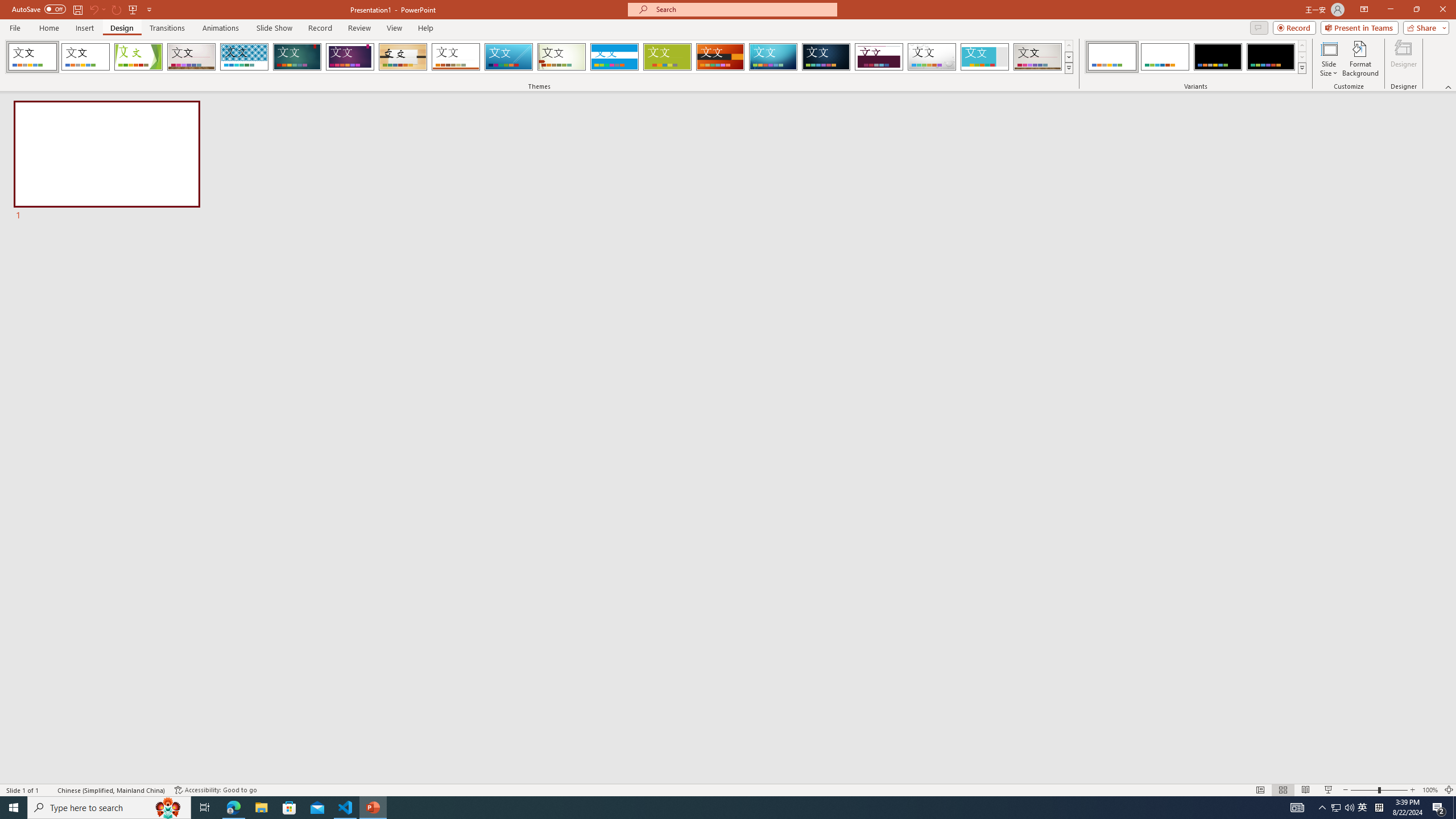 The width and height of the screenshot is (1456, 819). I want to click on 'Slice Loading Preview...', so click(508, 56).